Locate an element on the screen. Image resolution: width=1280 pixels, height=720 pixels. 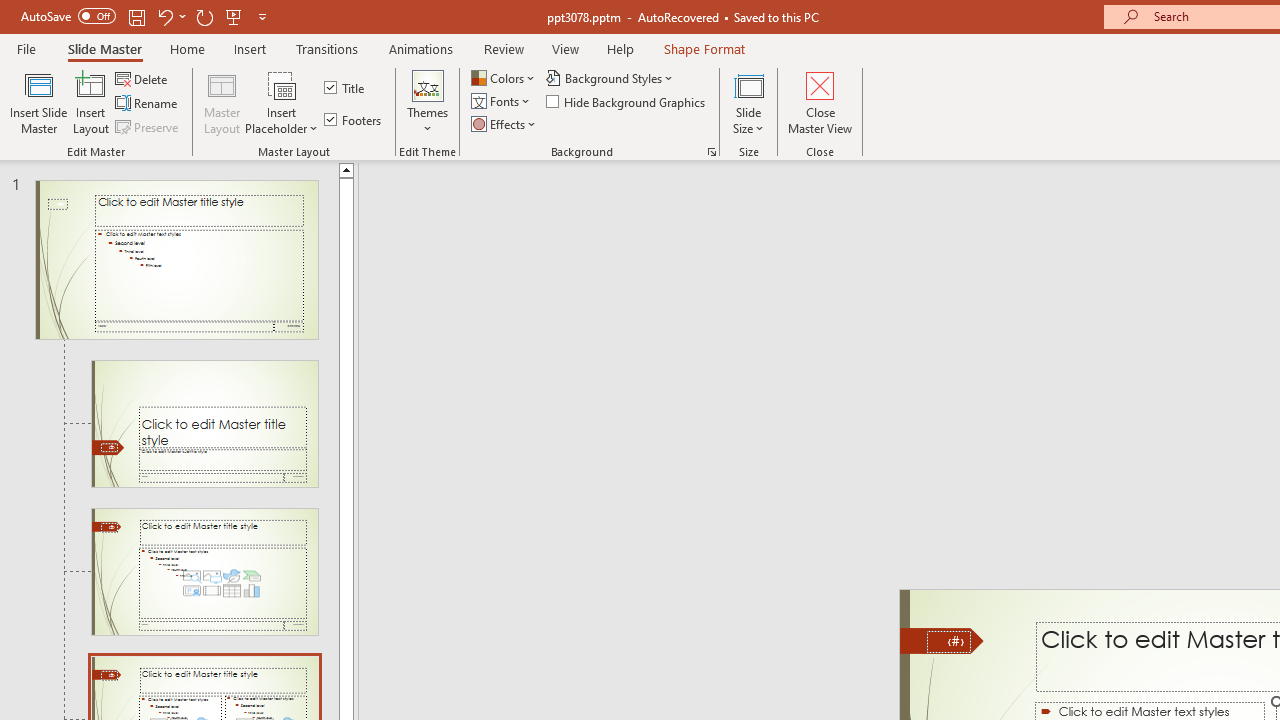
'Close Master View' is located at coordinates (820, 103).